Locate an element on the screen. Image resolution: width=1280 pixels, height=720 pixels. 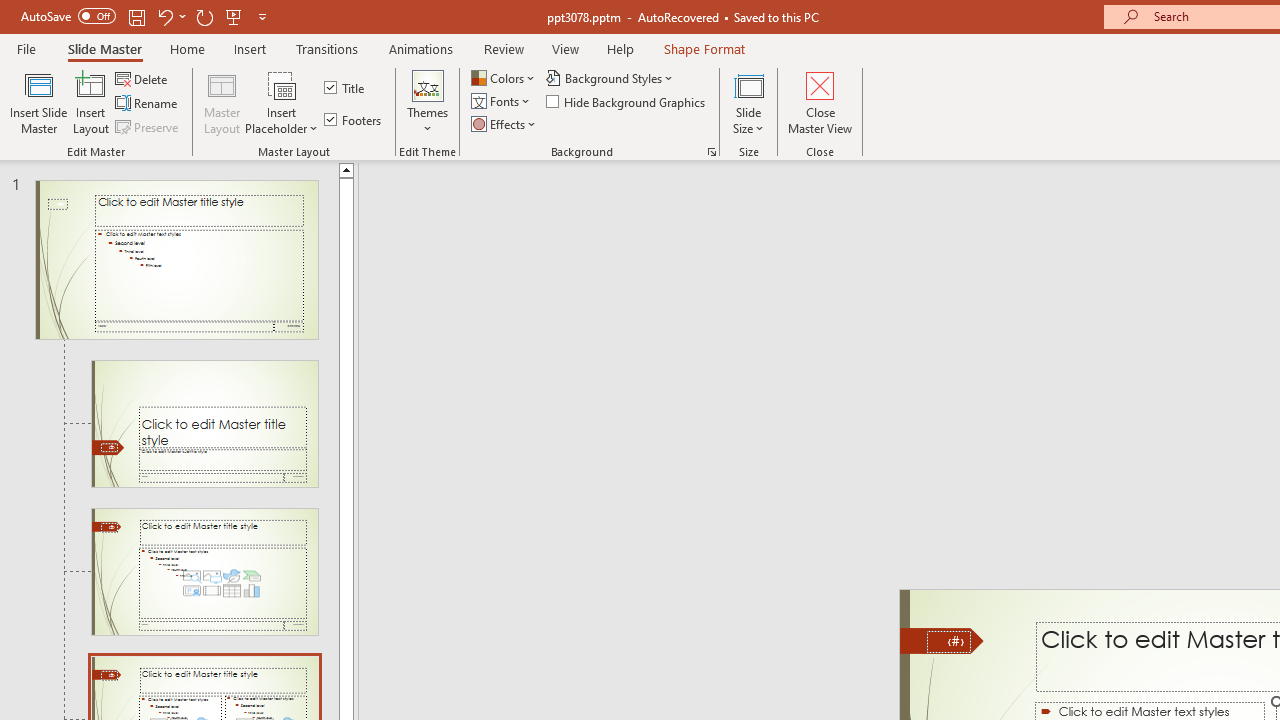
'Close Master View' is located at coordinates (820, 103).